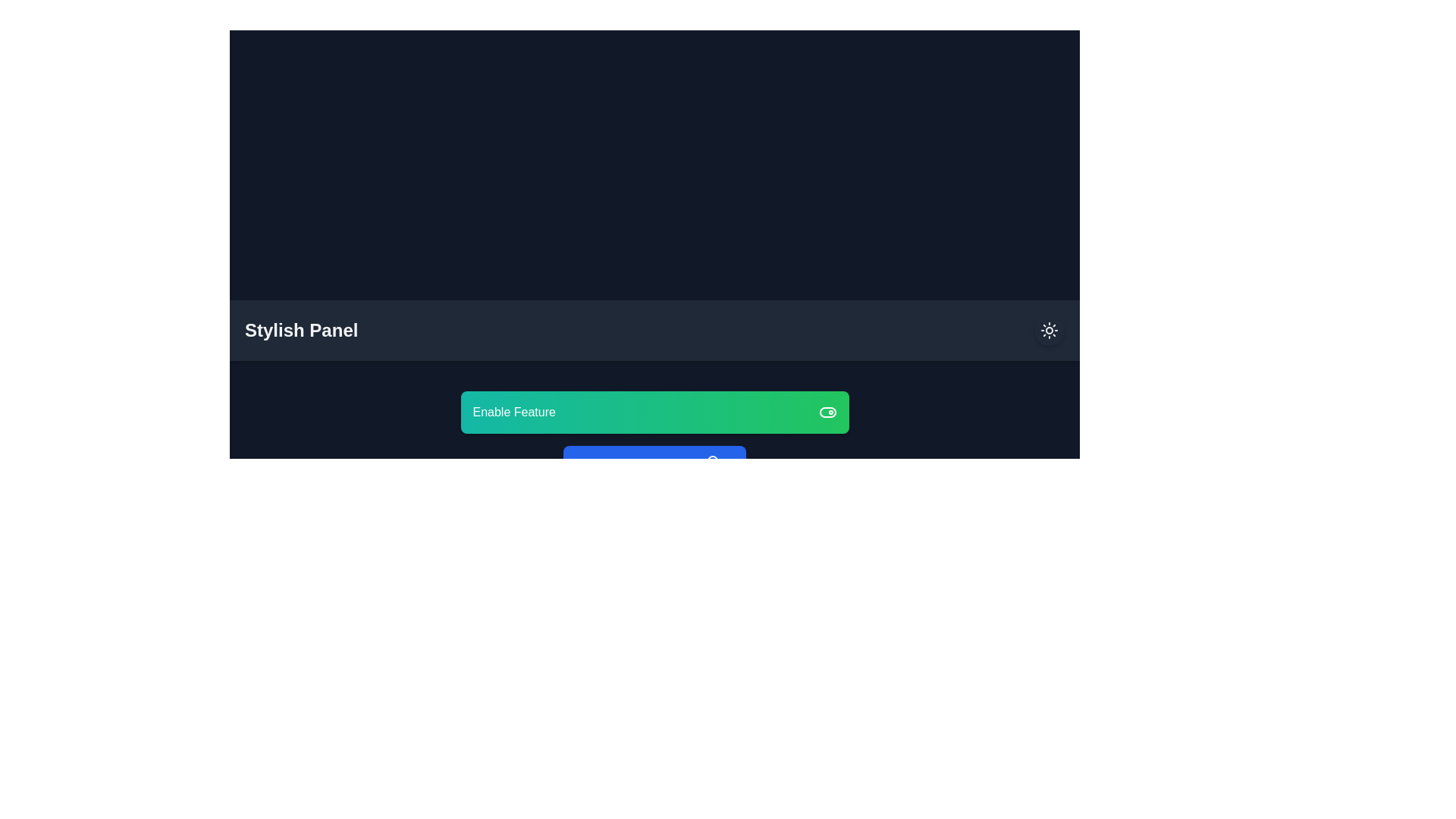  Describe the element at coordinates (712, 461) in the screenshot. I see `the bell-shaped notification icon located in the upper section of the user interface` at that location.